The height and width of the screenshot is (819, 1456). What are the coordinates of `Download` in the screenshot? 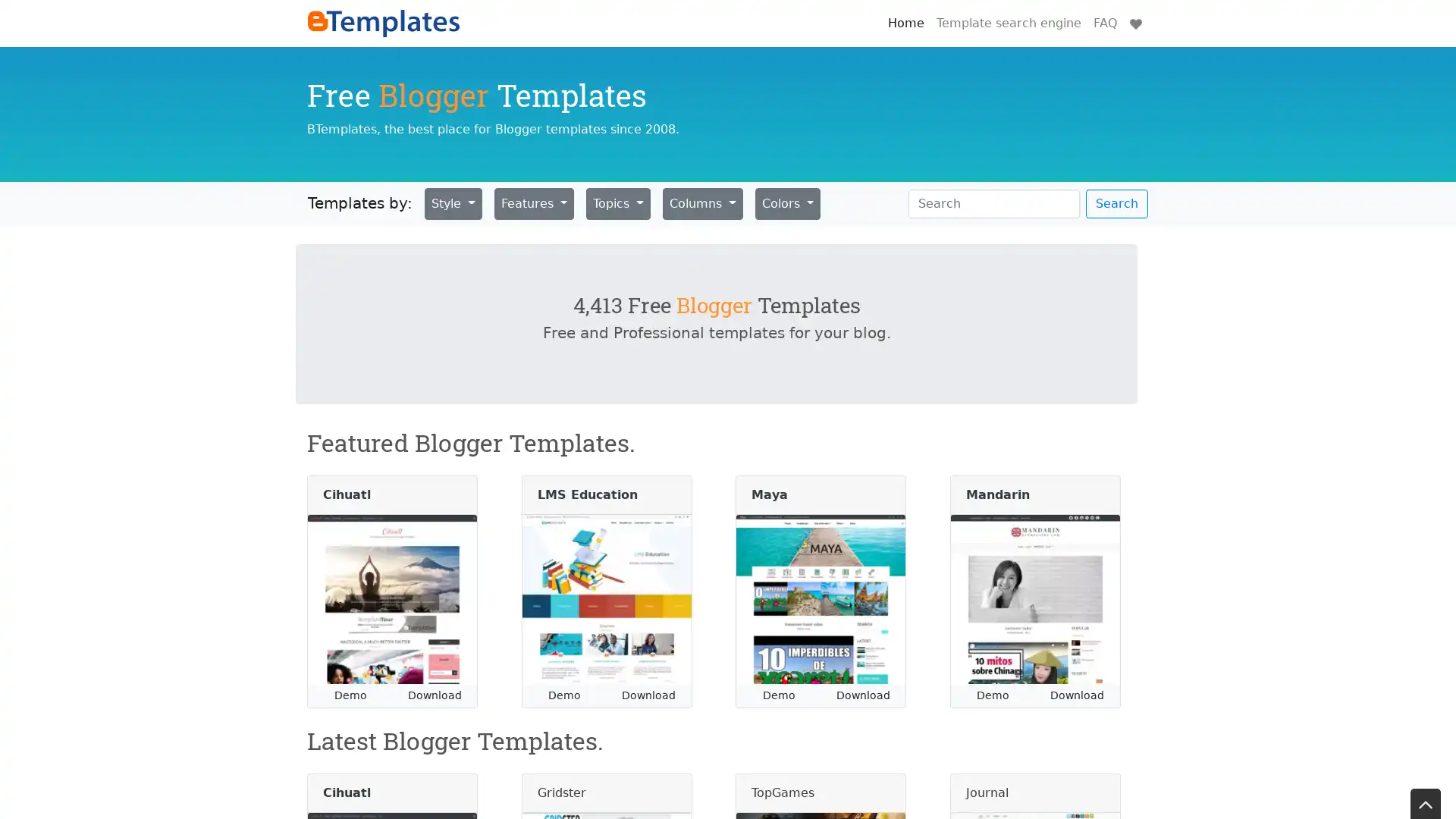 It's located at (1076, 695).